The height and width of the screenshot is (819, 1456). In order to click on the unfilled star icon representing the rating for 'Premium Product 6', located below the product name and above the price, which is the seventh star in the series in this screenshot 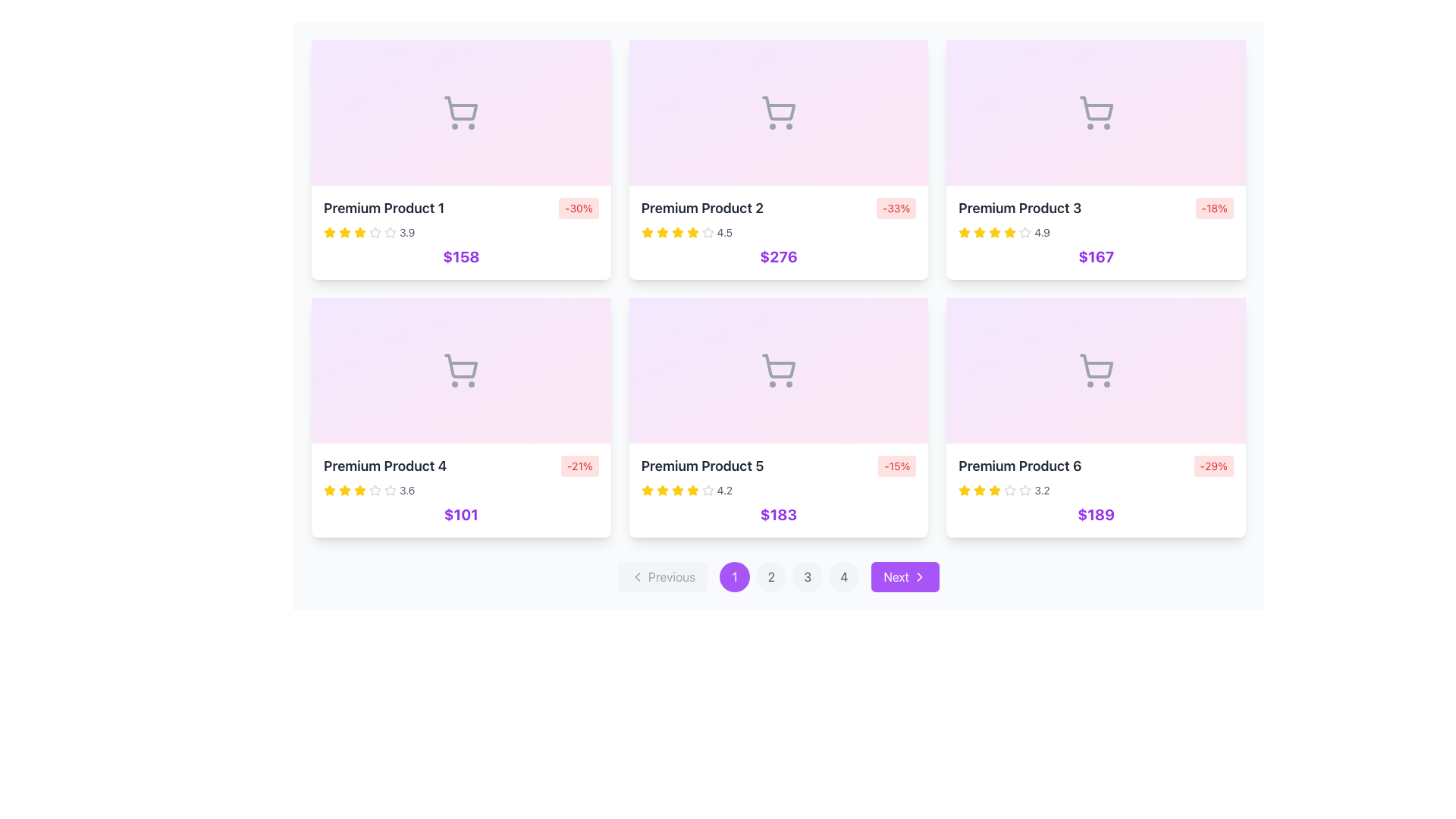, I will do `click(1025, 491)`.